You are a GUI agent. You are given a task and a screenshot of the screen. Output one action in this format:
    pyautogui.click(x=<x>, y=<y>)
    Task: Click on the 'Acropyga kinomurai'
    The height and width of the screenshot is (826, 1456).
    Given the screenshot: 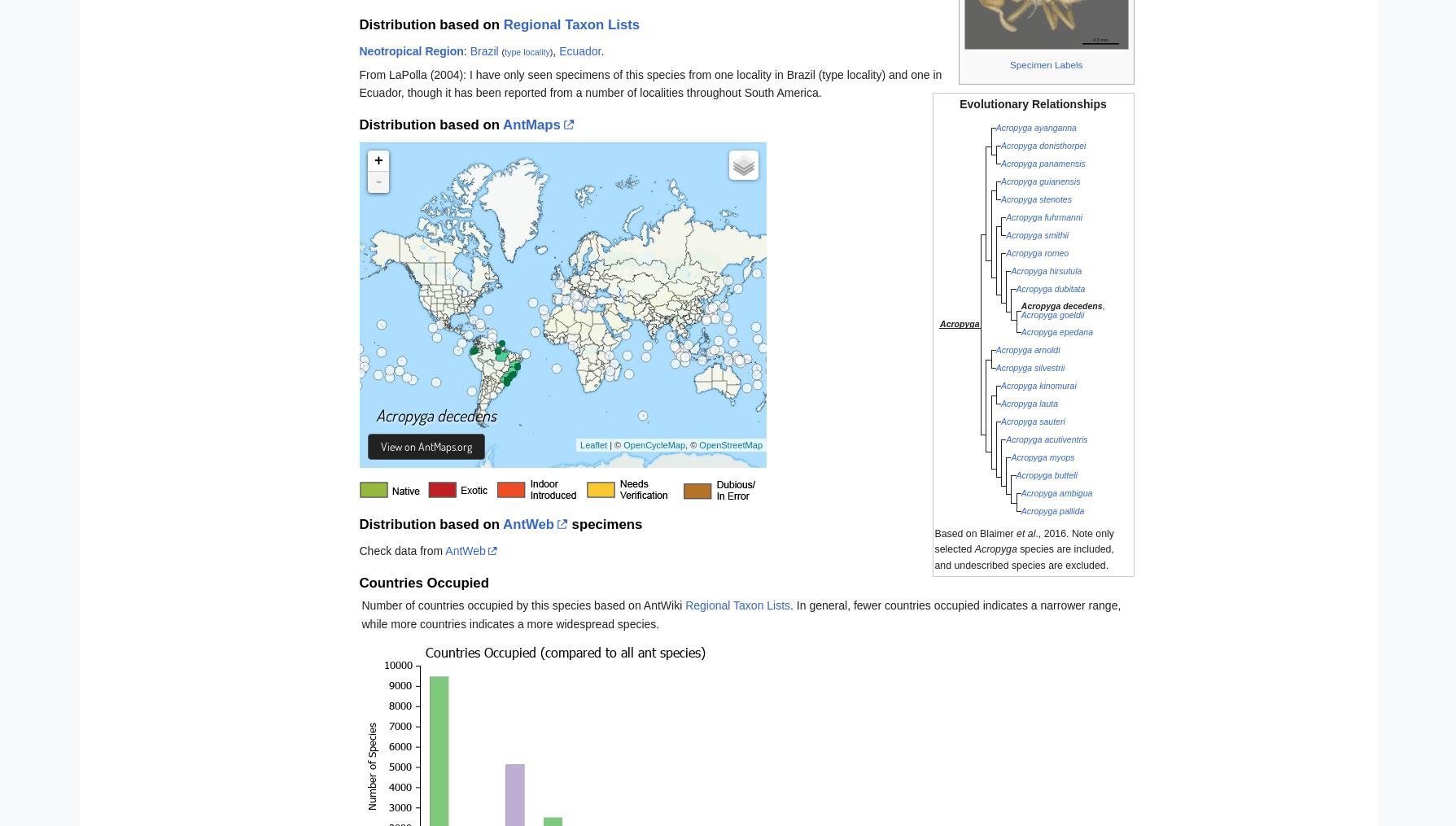 What is the action you would take?
    pyautogui.click(x=1038, y=385)
    